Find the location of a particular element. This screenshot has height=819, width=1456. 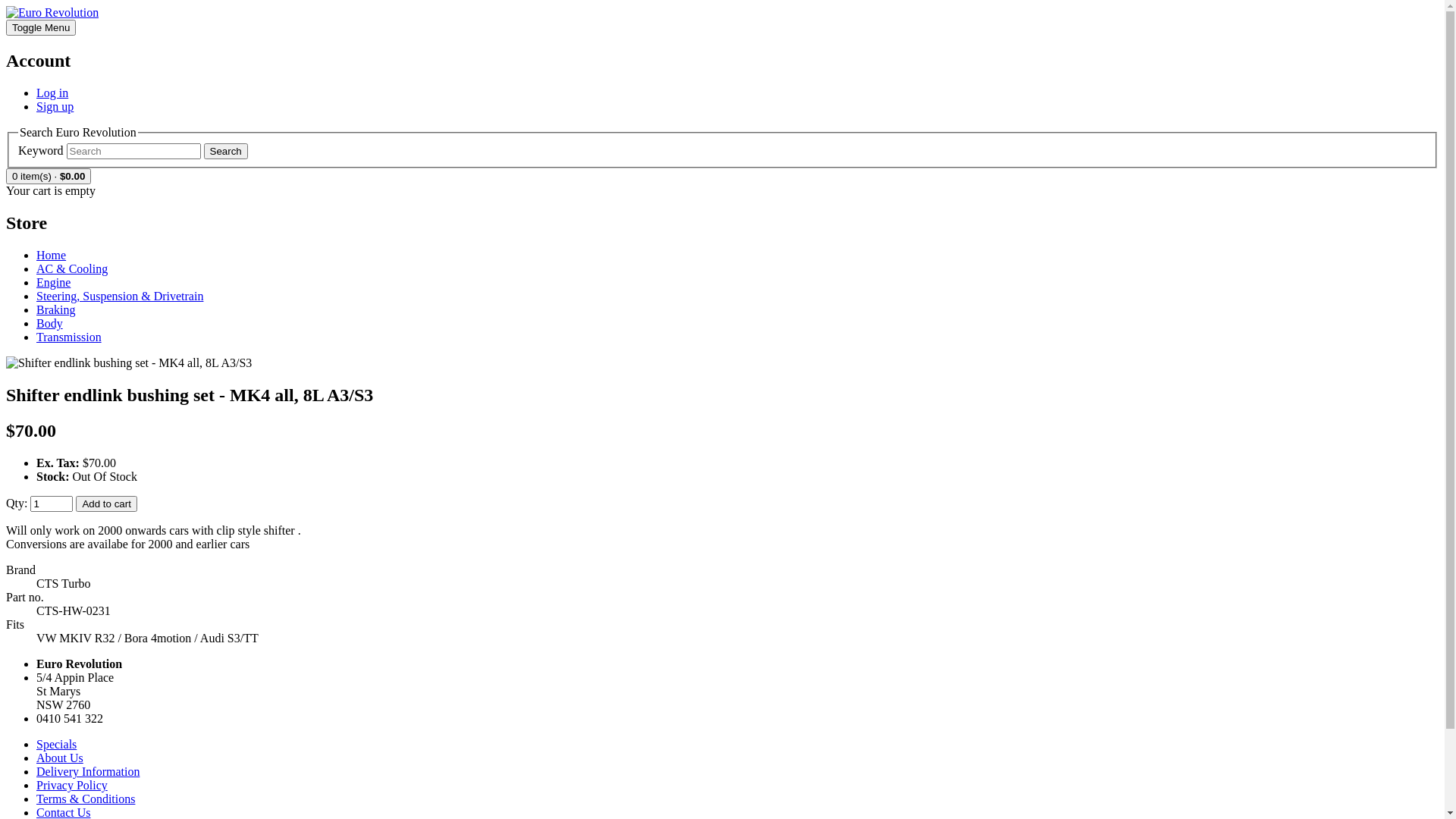

'Terms & Conditions' is located at coordinates (85, 798).